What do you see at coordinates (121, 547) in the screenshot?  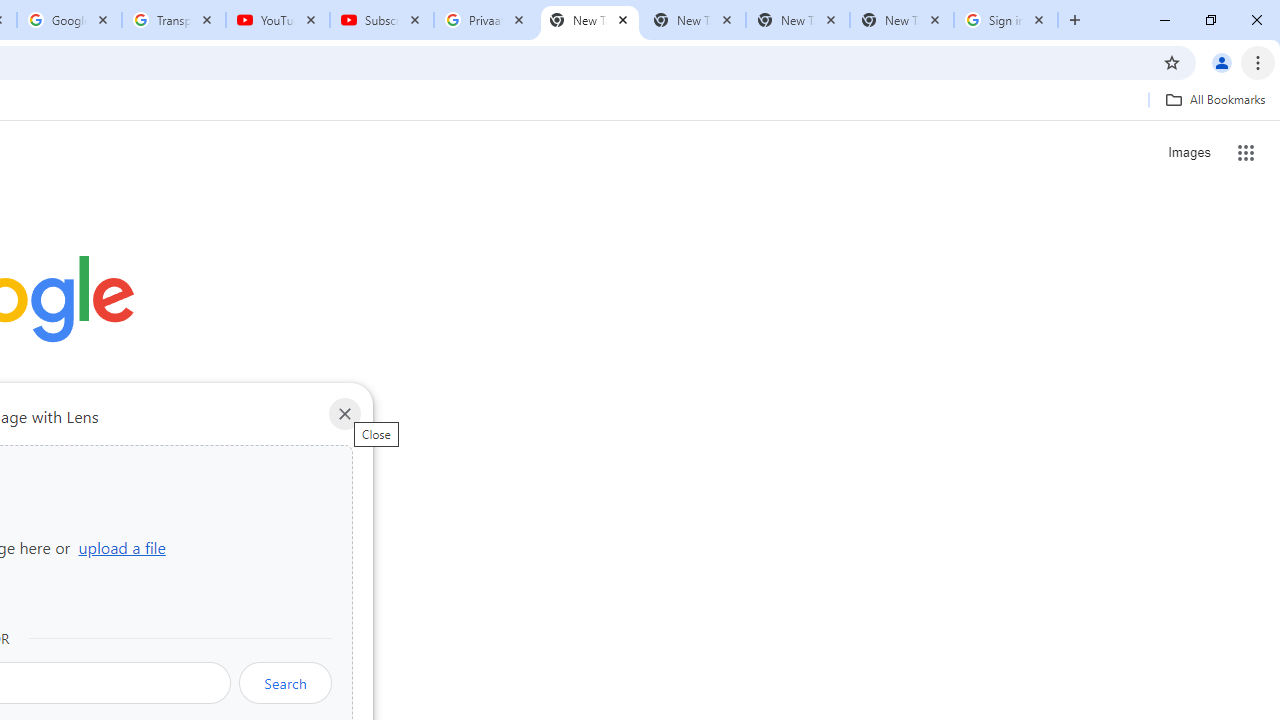 I see `'upload a file'` at bounding box center [121, 547].